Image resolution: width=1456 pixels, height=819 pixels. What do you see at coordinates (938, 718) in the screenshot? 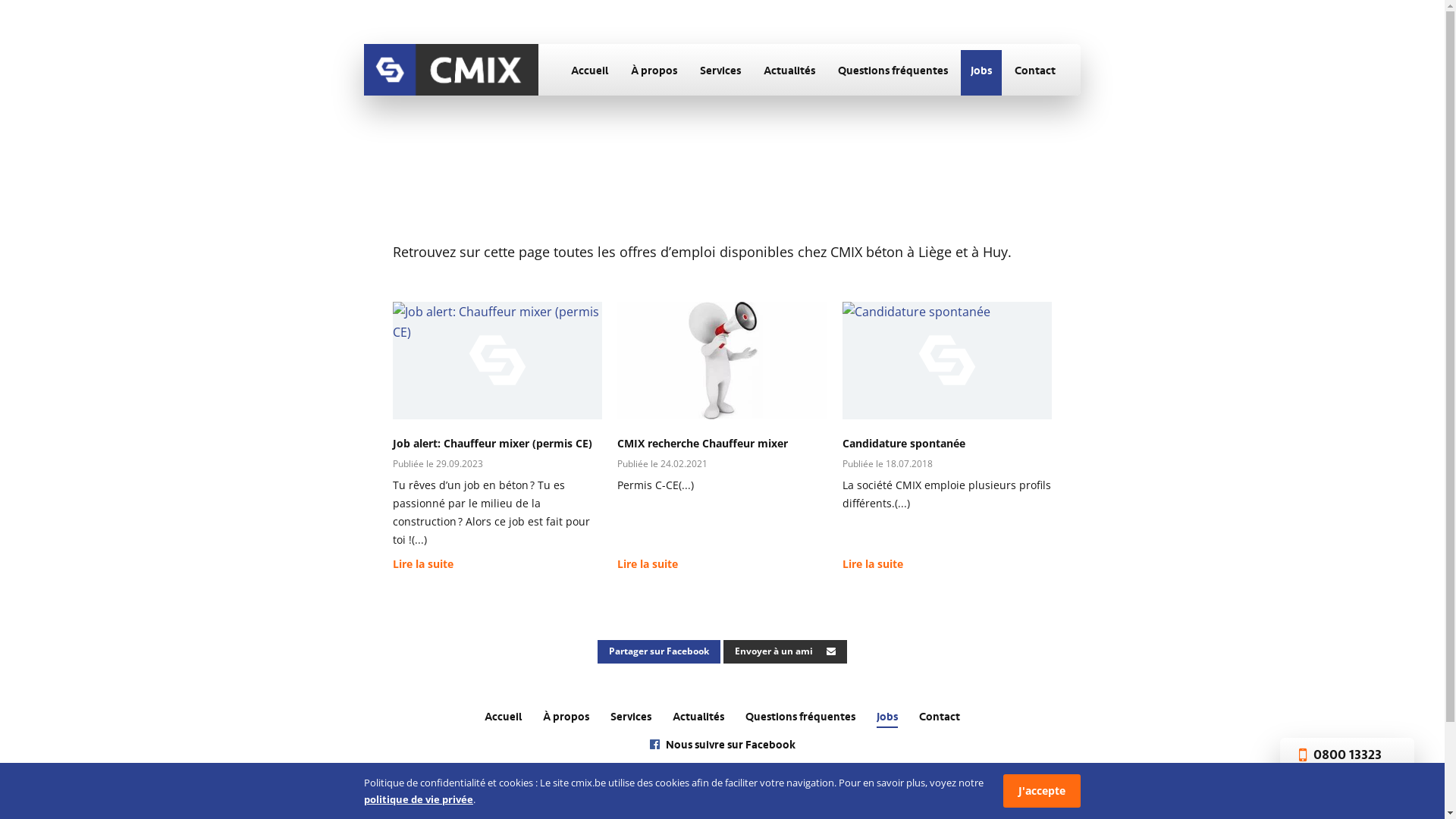
I see `'Contact'` at bounding box center [938, 718].